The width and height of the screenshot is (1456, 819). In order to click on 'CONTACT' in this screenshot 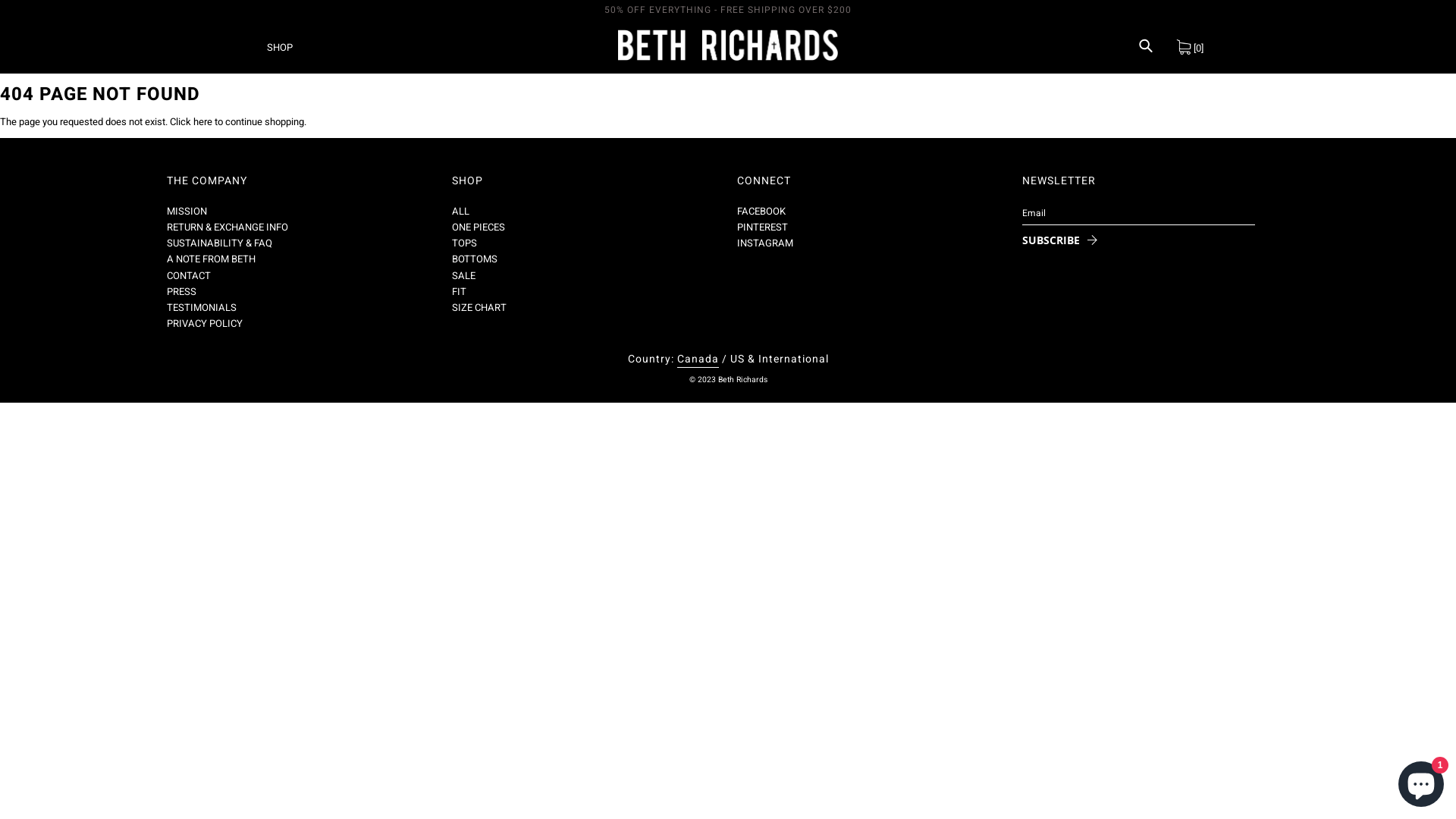, I will do `click(188, 275)`.